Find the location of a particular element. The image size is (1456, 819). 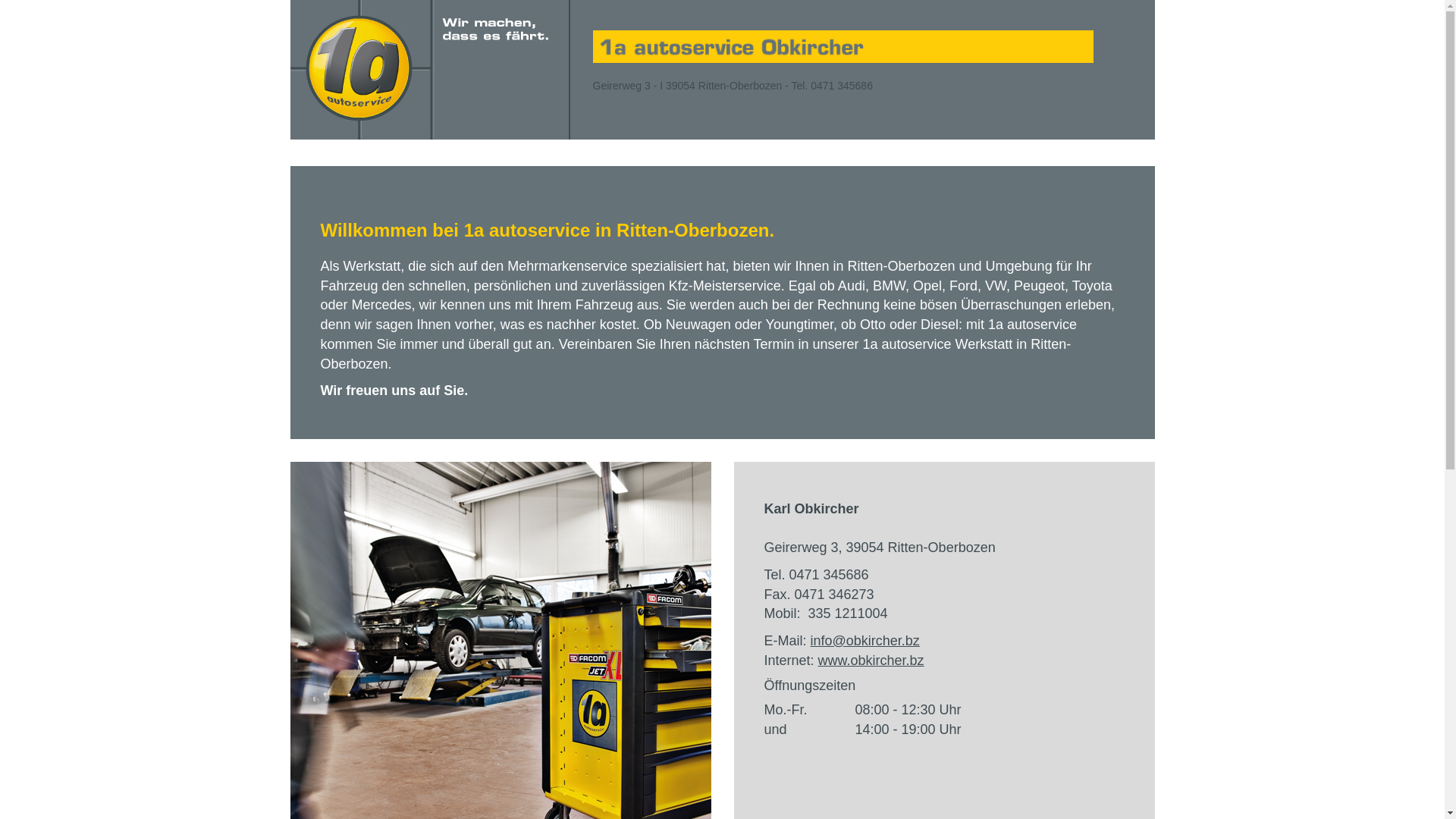

'info@obkircher.bz' is located at coordinates (865, 640).